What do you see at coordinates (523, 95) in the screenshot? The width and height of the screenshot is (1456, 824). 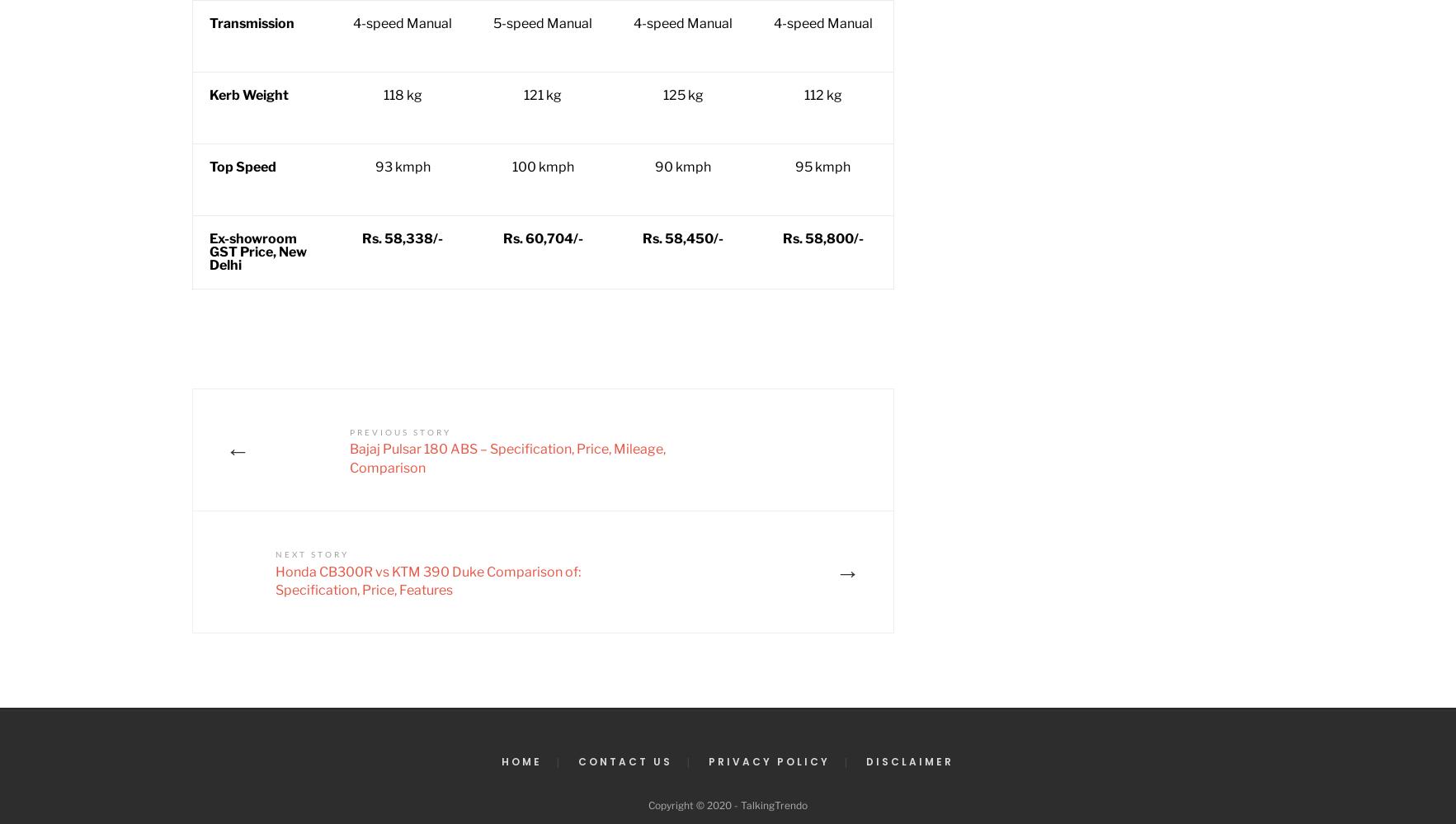 I see `'121 kg'` at bounding box center [523, 95].